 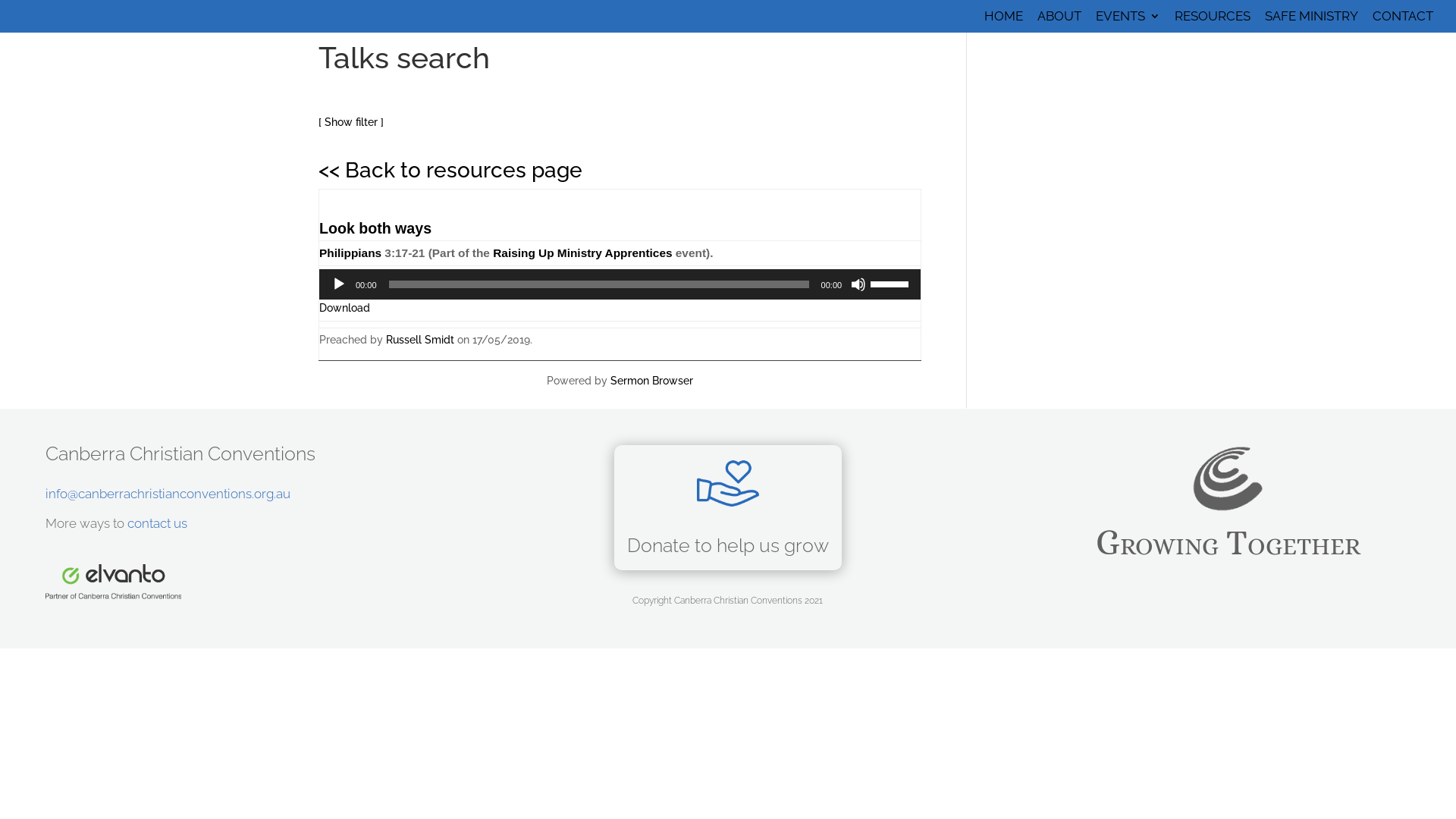 What do you see at coordinates (858, 284) in the screenshot?
I see `'Mute'` at bounding box center [858, 284].